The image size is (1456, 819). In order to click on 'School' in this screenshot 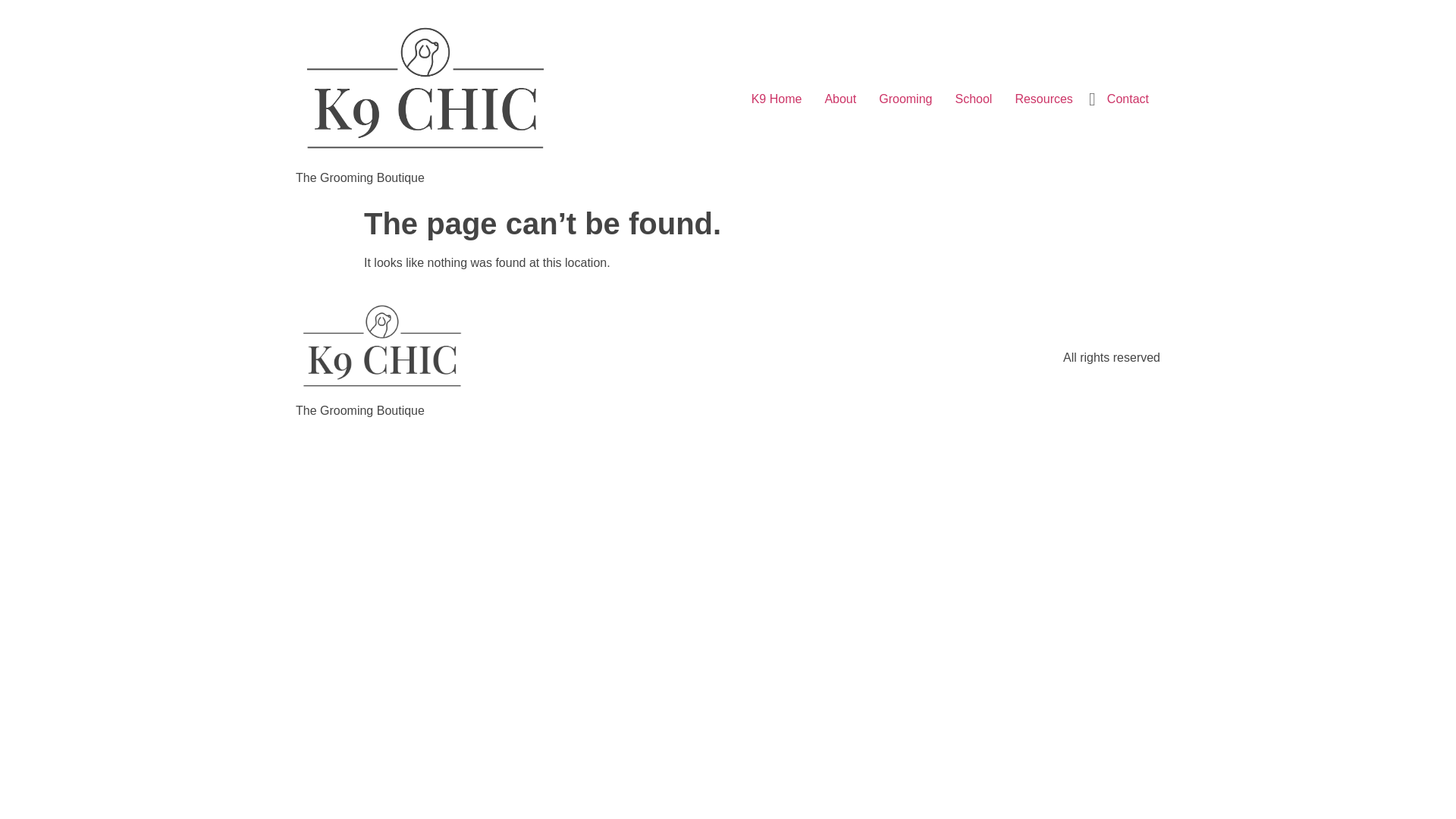, I will do `click(973, 99)`.